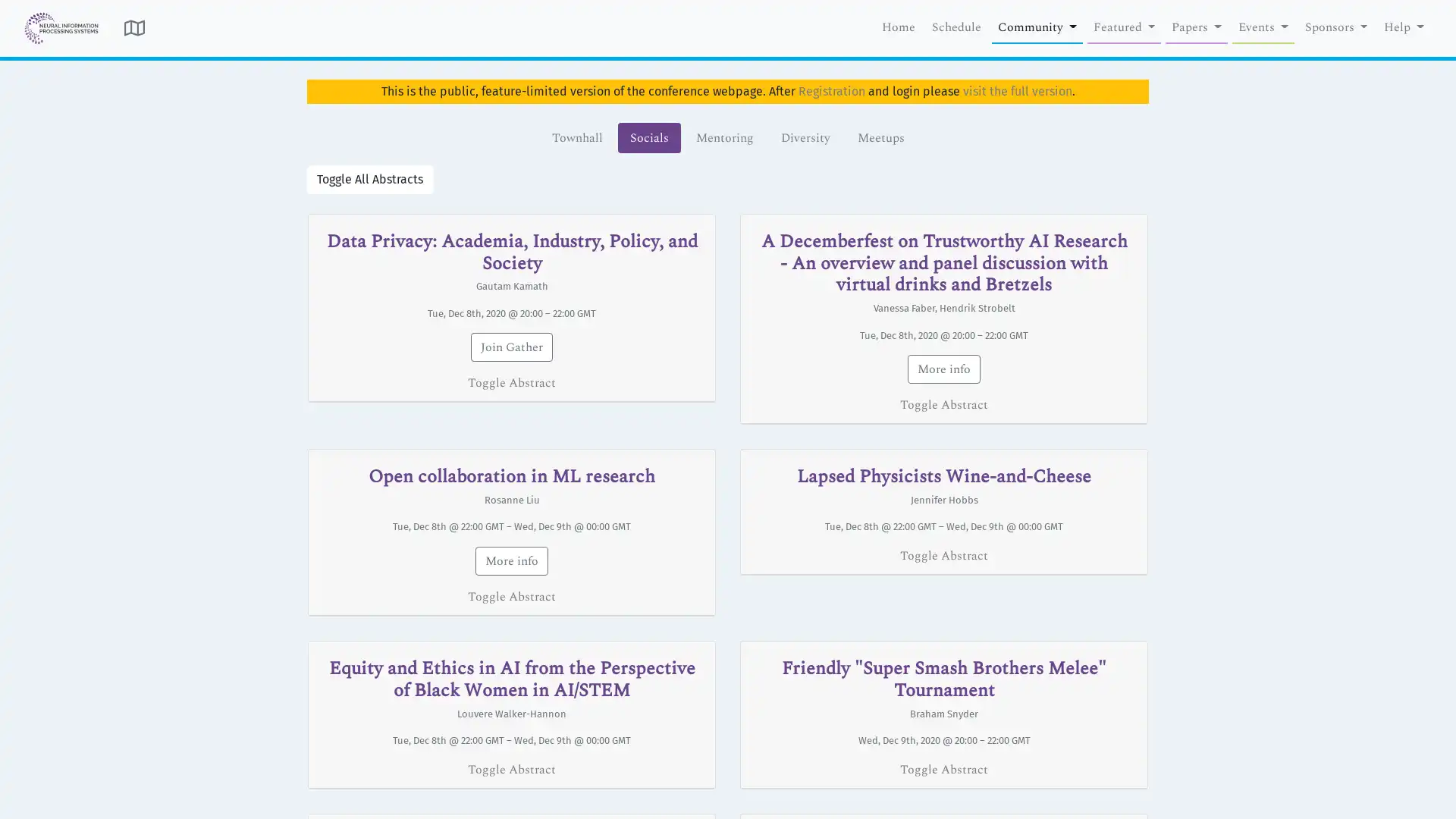  I want to click on Toggle Abstract, so click(943, 769).